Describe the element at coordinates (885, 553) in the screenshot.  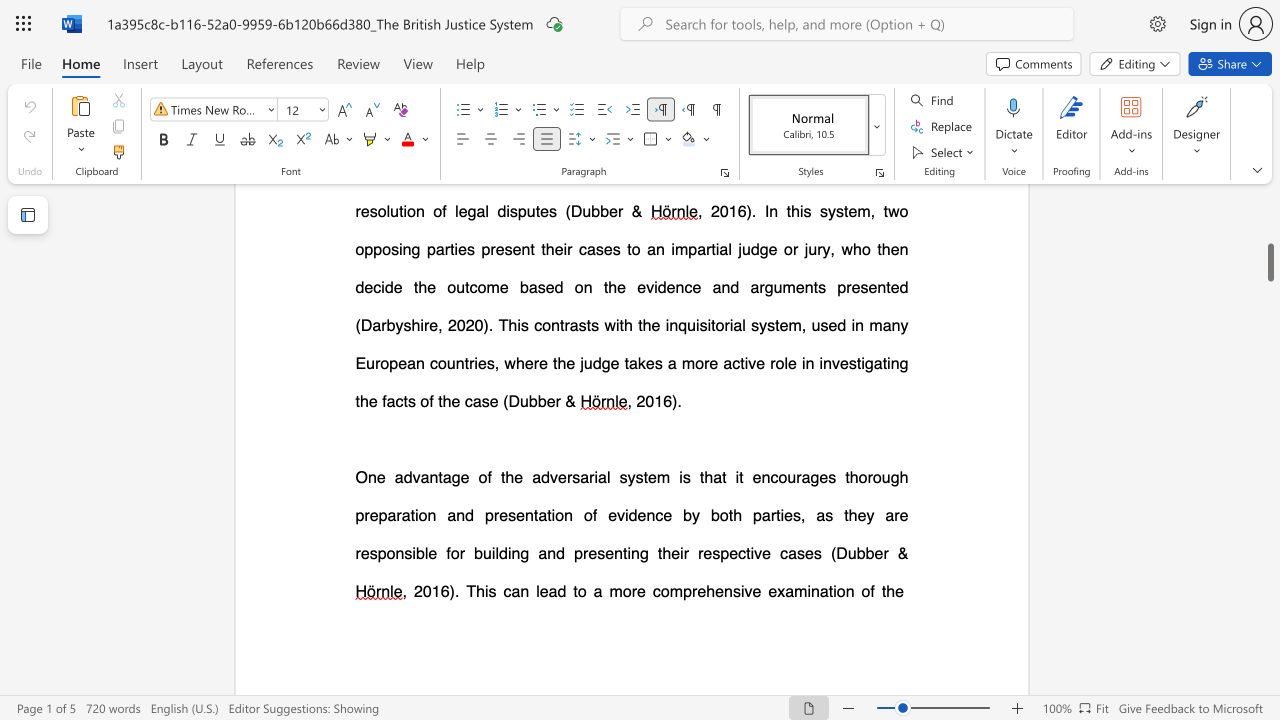
I see `the 1th character "r" in the text` at that location.